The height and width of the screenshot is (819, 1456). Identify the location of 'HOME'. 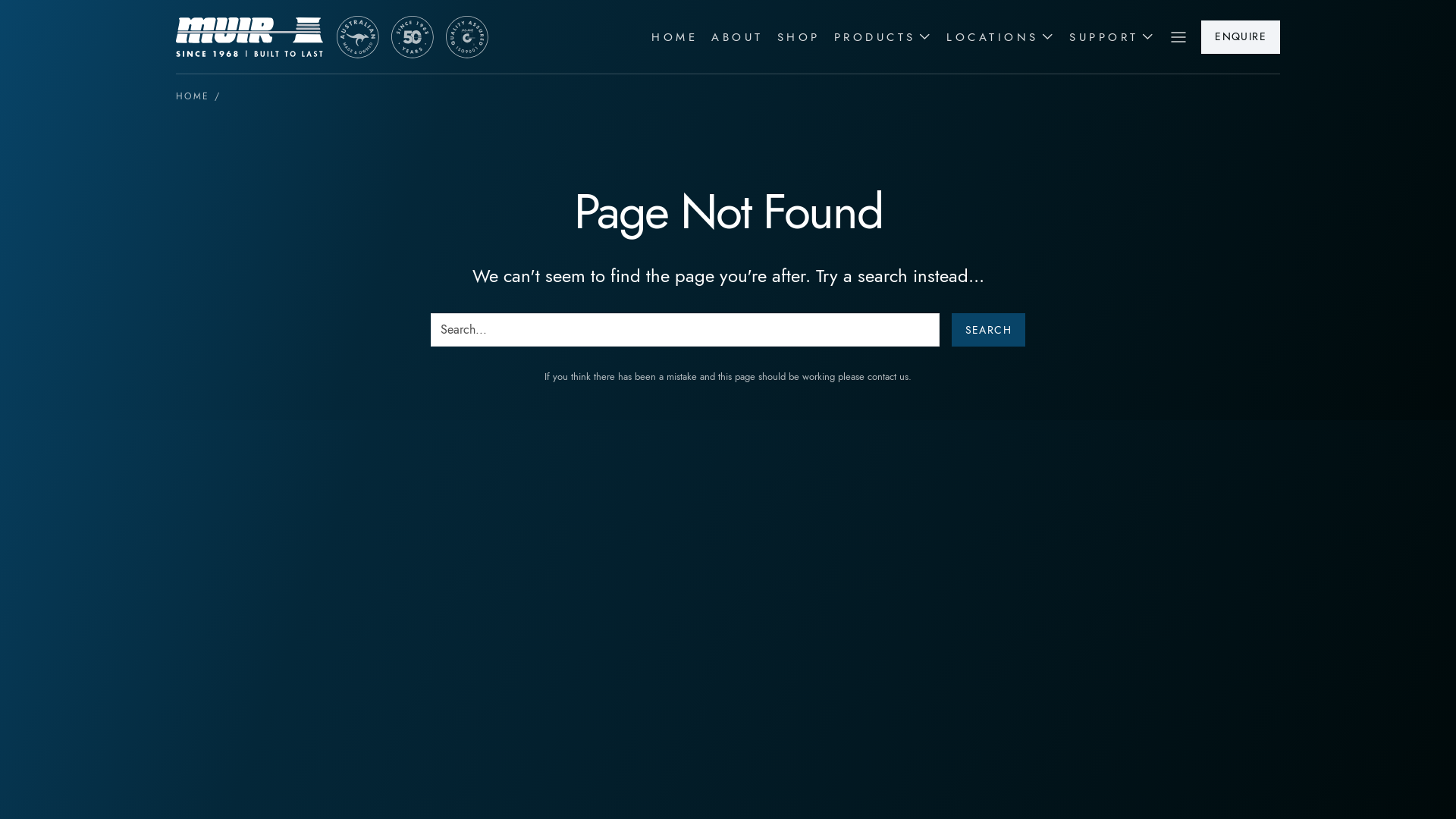
(673, 36).